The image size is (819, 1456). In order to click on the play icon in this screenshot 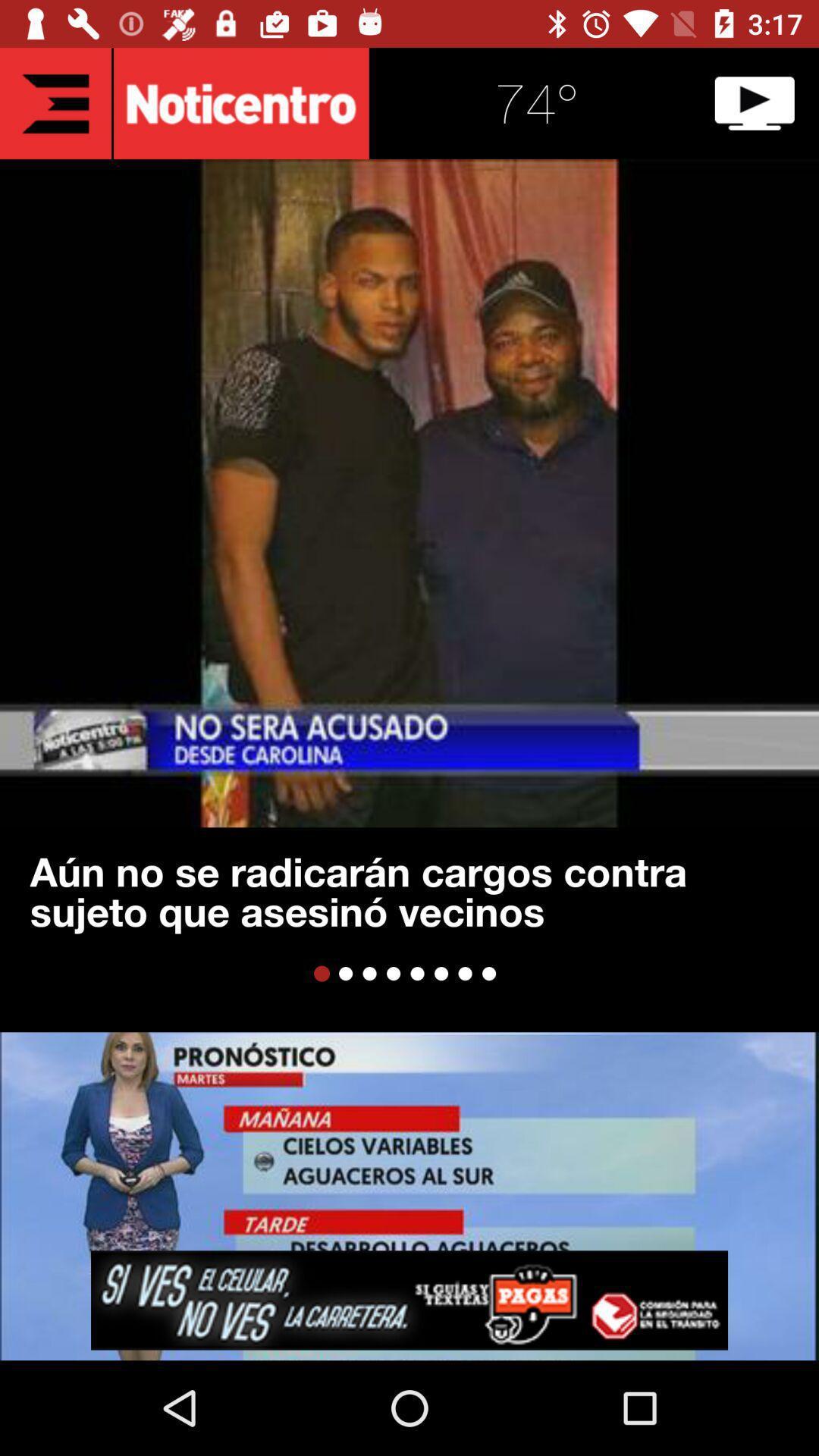, I will do `click(755, 102)`.